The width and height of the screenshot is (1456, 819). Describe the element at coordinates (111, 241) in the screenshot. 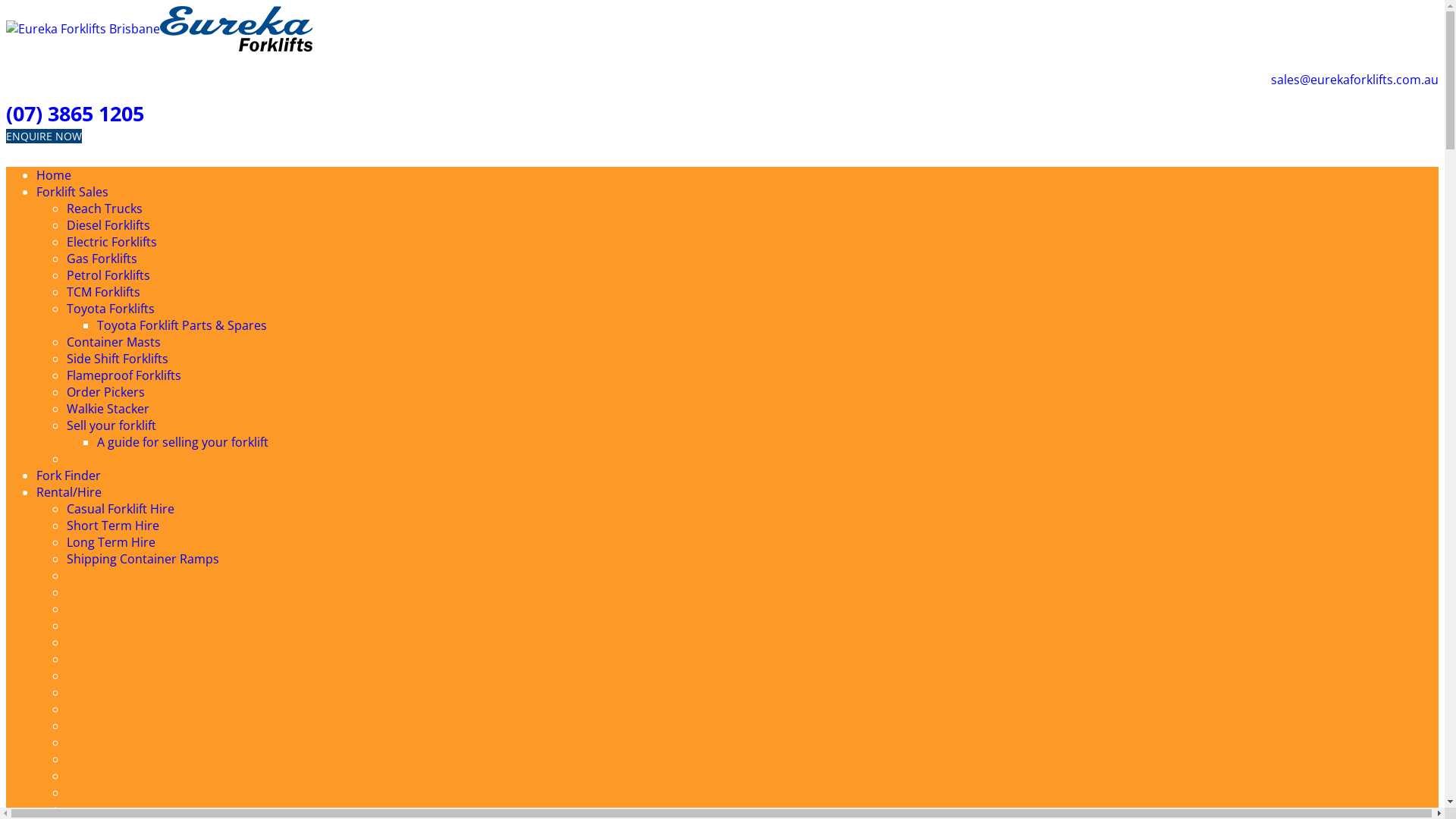

I see `'Electric Forklifts'` at that location.